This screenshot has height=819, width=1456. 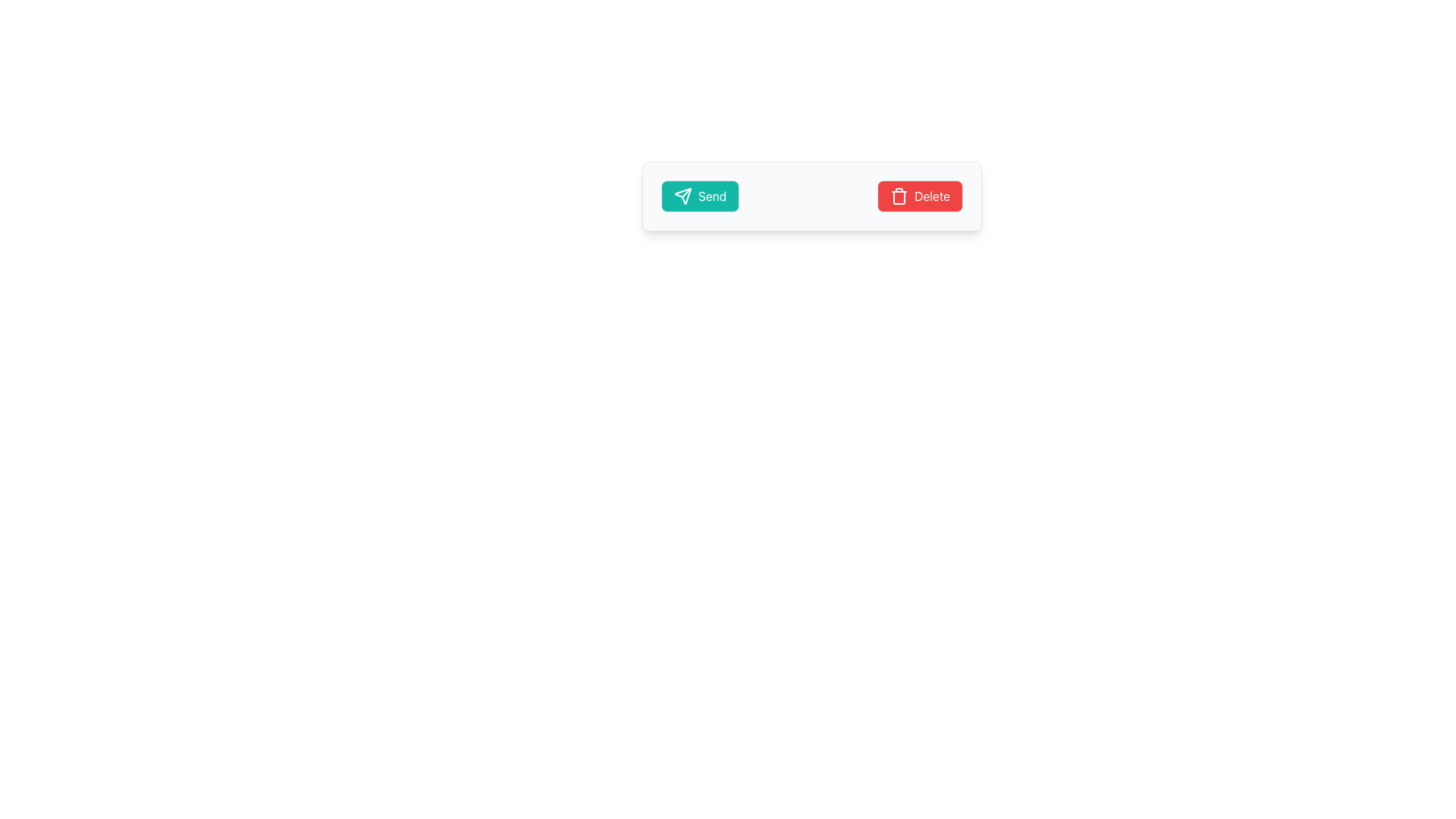 I want to click on the send icon that resembles a paper plane, located within a teal button labeled 'Send', so click(x=682, y=195).